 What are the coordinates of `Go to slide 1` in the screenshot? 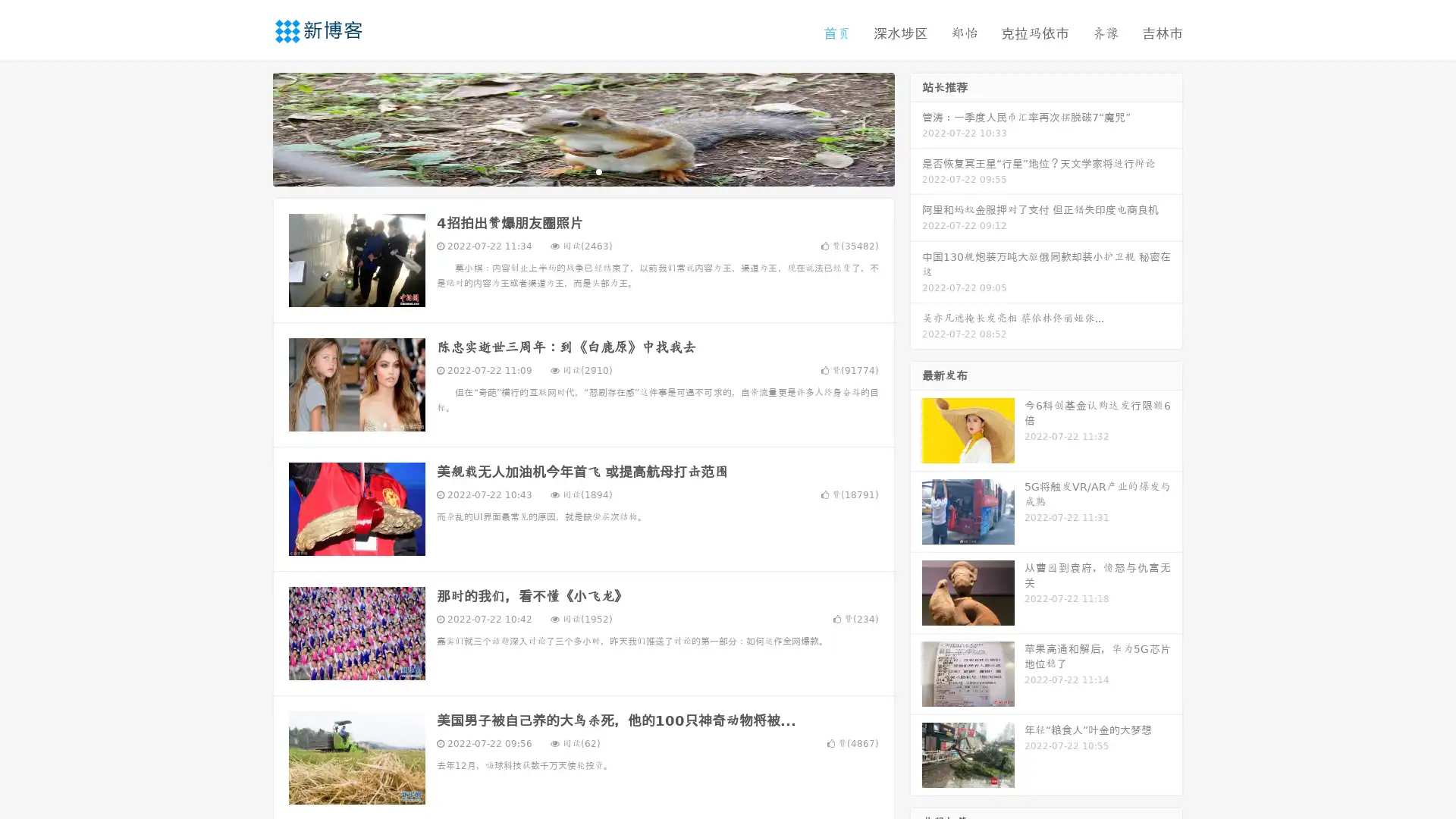 It's located at (567, 171).